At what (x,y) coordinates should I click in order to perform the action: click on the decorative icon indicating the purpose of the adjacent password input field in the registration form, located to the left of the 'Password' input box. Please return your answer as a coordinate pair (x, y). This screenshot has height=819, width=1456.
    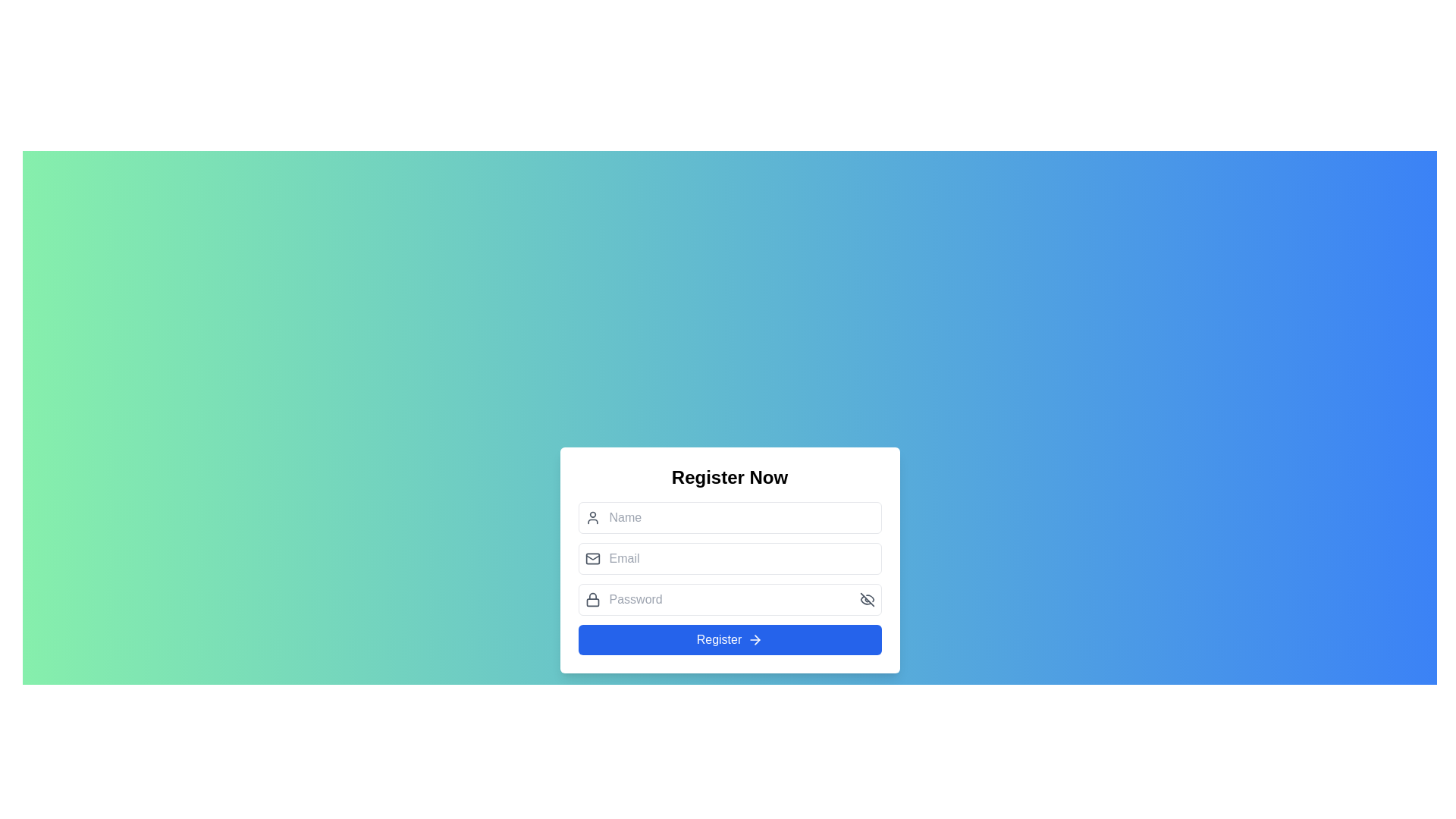
    Looking at the image, I should click on (591, 598).